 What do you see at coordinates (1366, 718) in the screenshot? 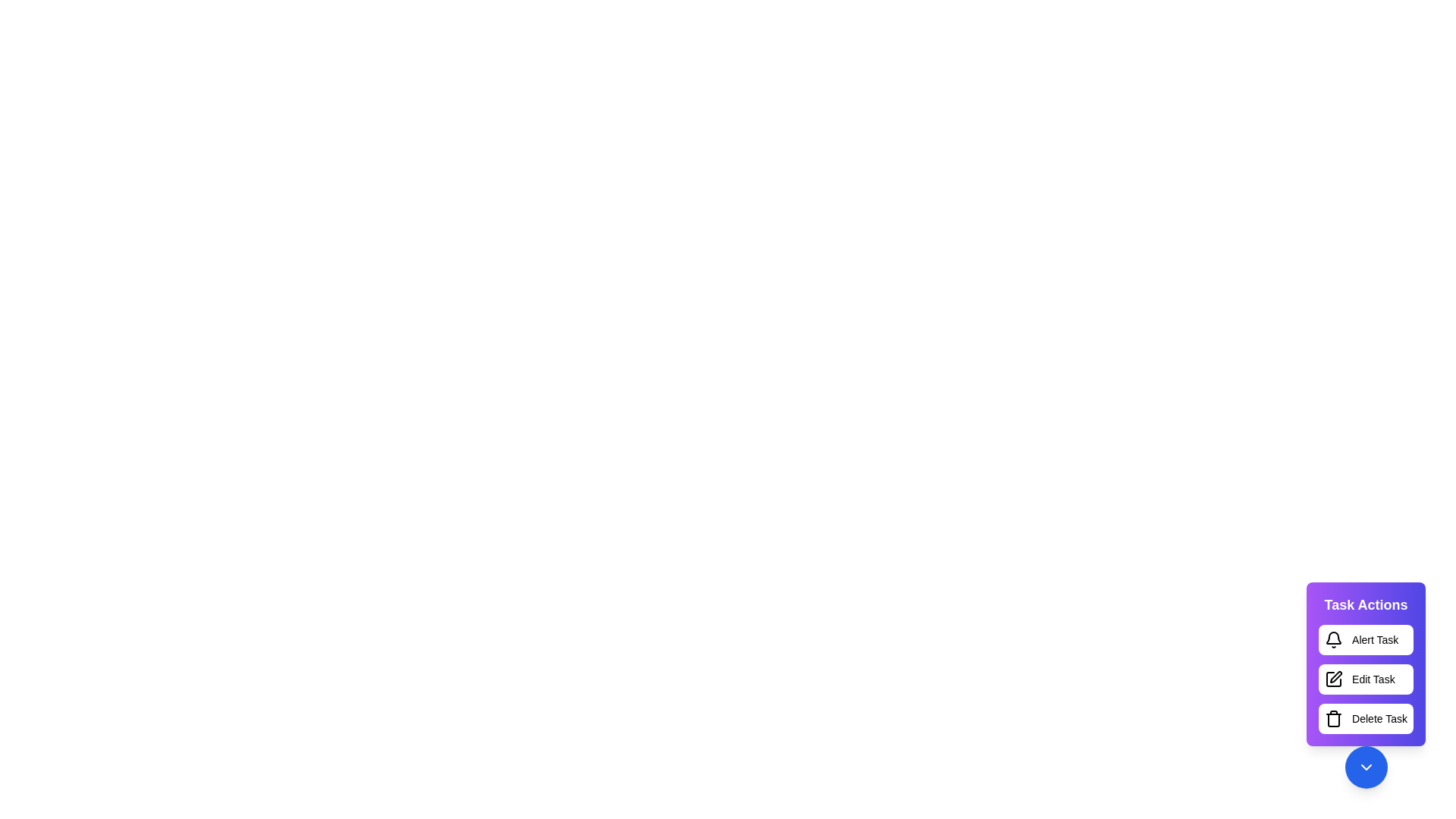
I see `the 'Delete Task' button to delete a task` at bounding box center [1366, 718].